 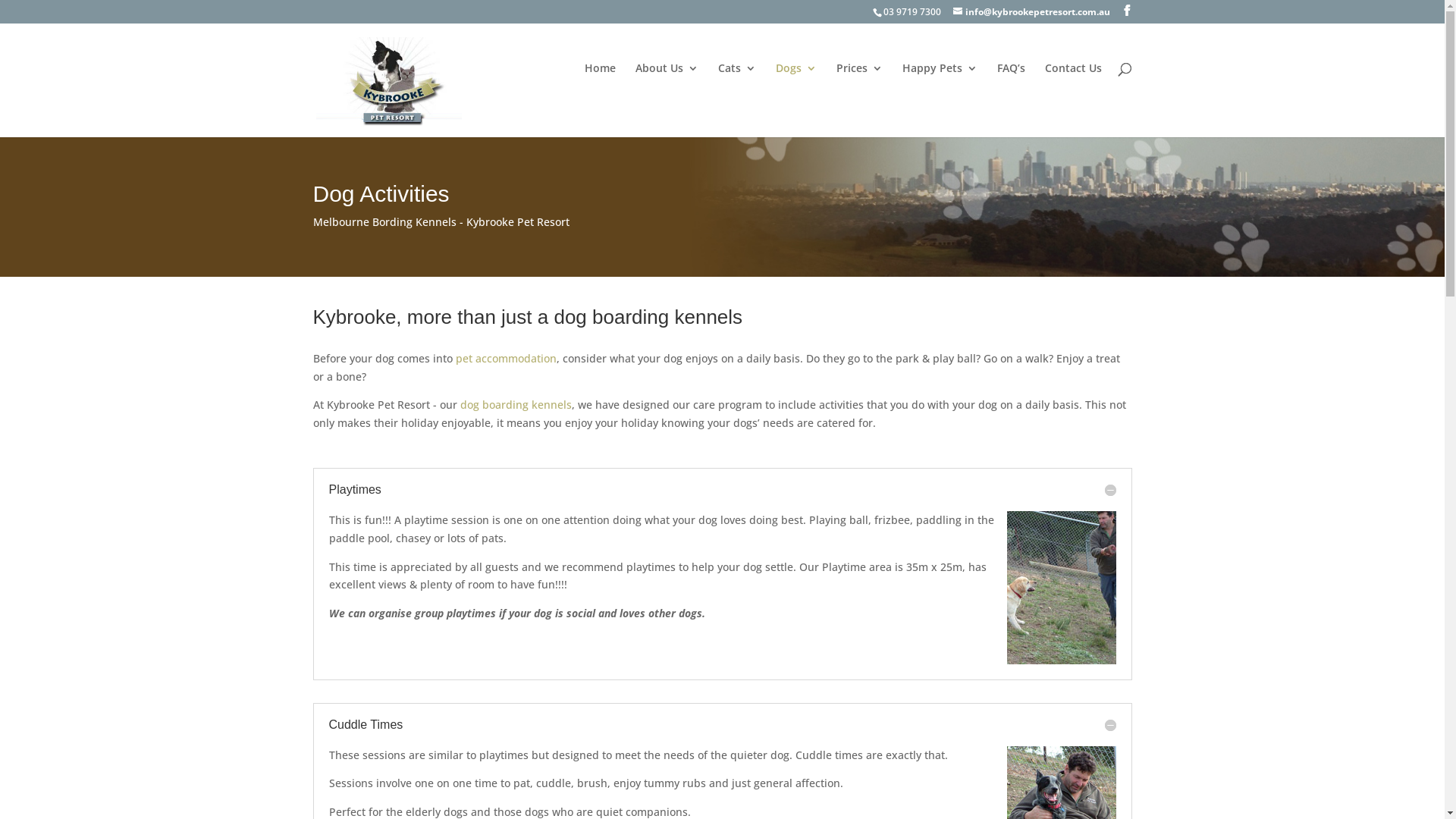 I want to click on 'Home', so click(x=582, y=87).